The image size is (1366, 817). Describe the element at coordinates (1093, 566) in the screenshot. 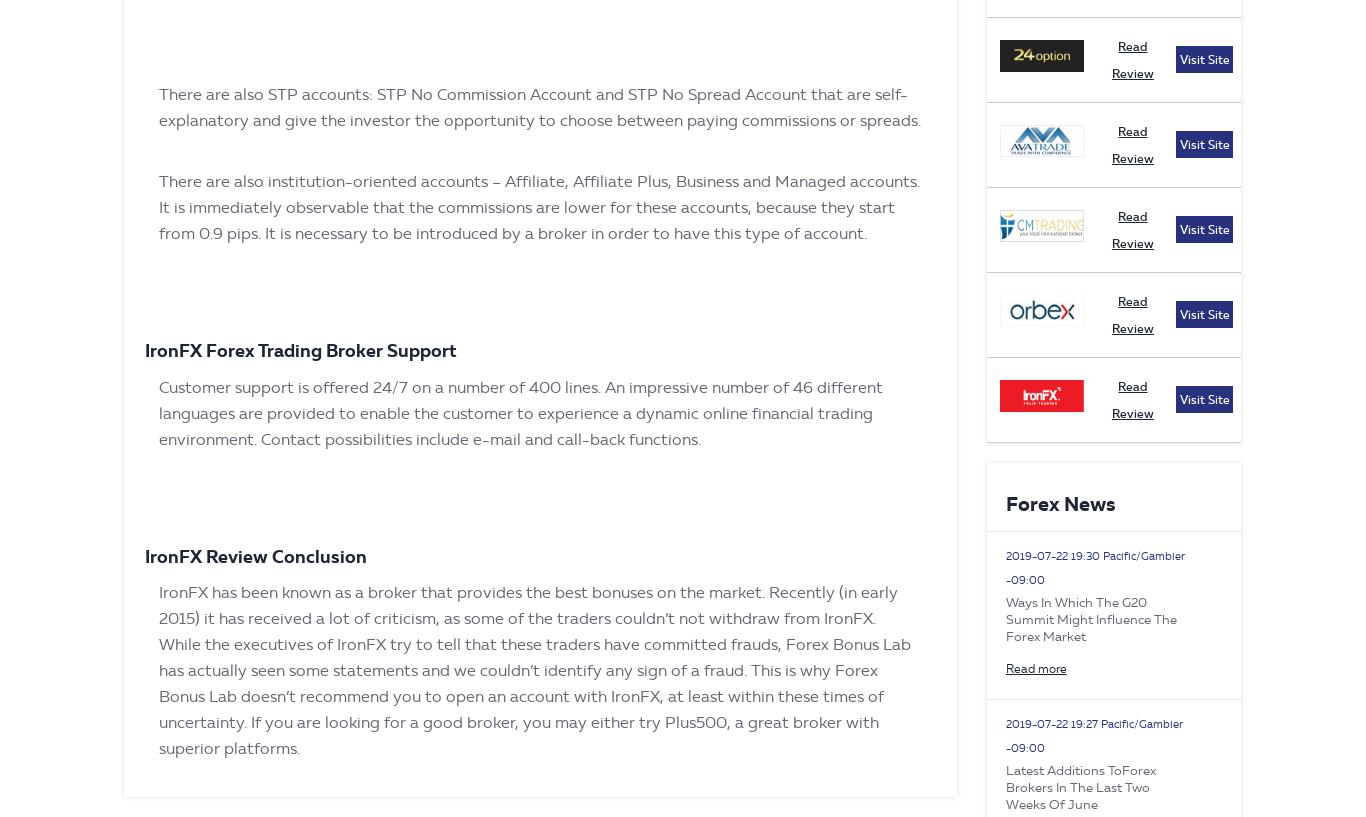

I see `'2019-07-22 19:30 Pacific/Gambier -09:00'` at that location.